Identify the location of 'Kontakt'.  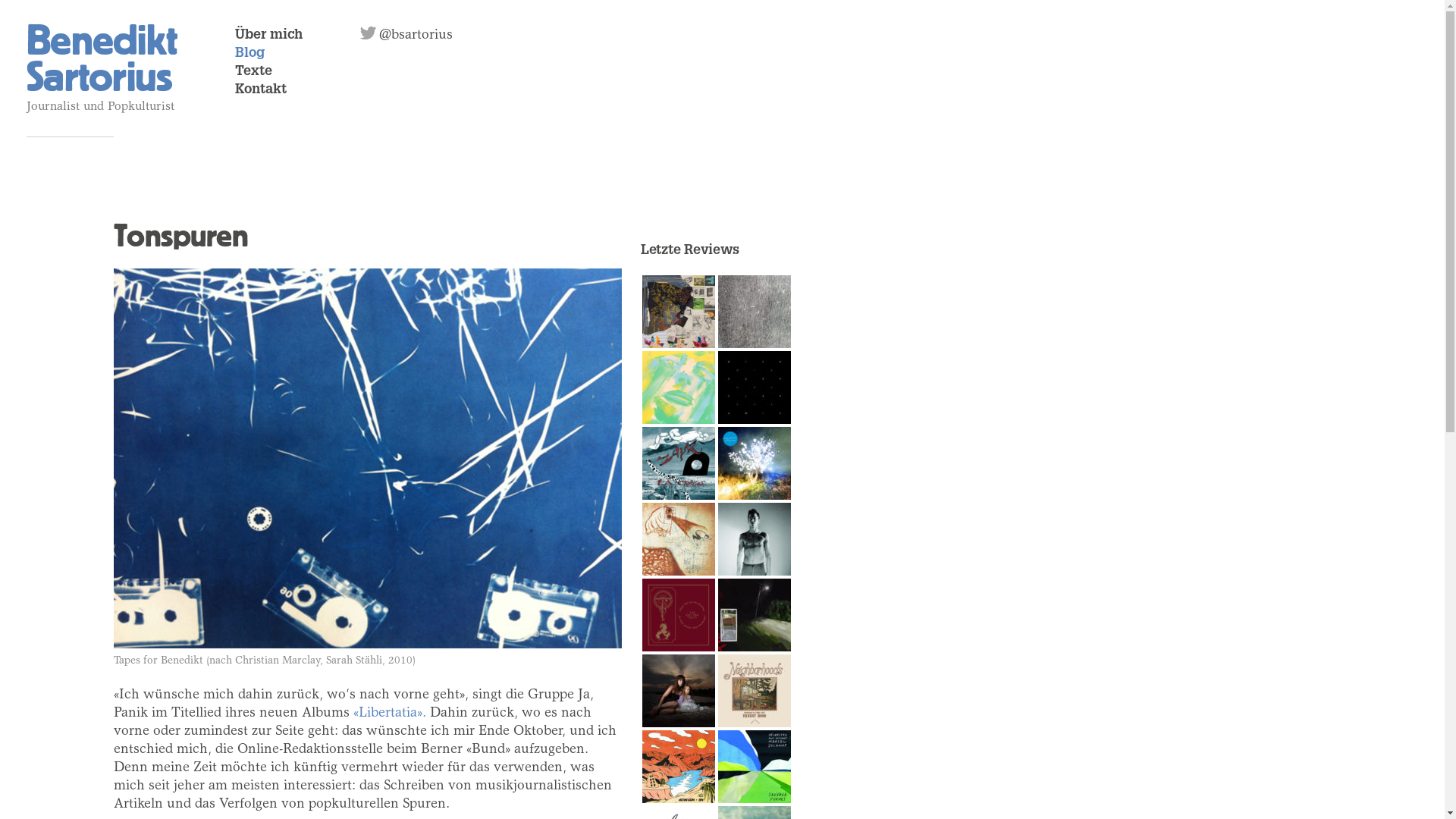
(261, 90).